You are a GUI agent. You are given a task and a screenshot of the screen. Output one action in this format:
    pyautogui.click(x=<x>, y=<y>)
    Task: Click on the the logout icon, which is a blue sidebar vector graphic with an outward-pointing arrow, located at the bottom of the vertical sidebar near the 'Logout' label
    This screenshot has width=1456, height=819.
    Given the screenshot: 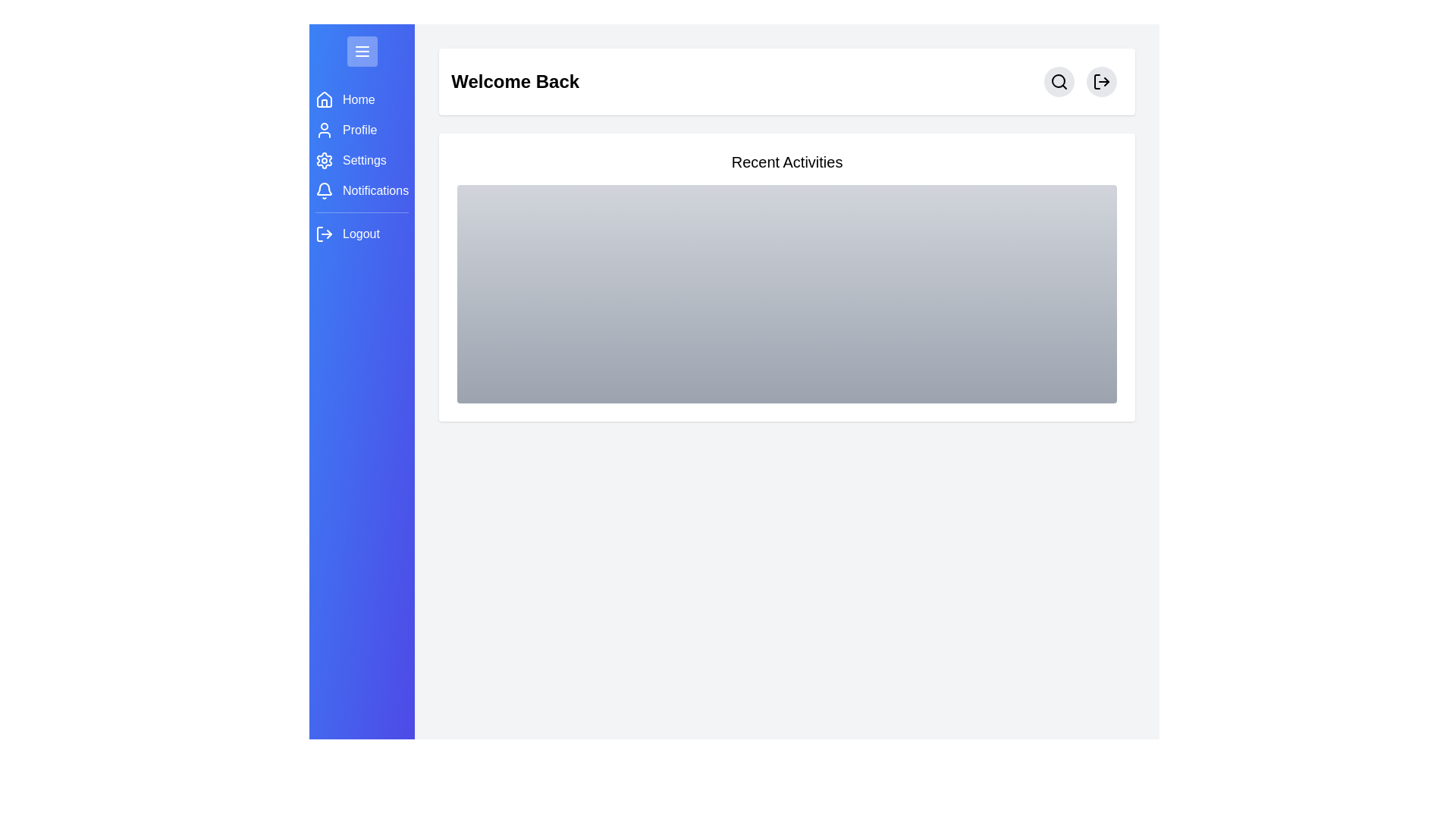 What is the action you would take?
    pyautogui.click(x=323, y=234)
    